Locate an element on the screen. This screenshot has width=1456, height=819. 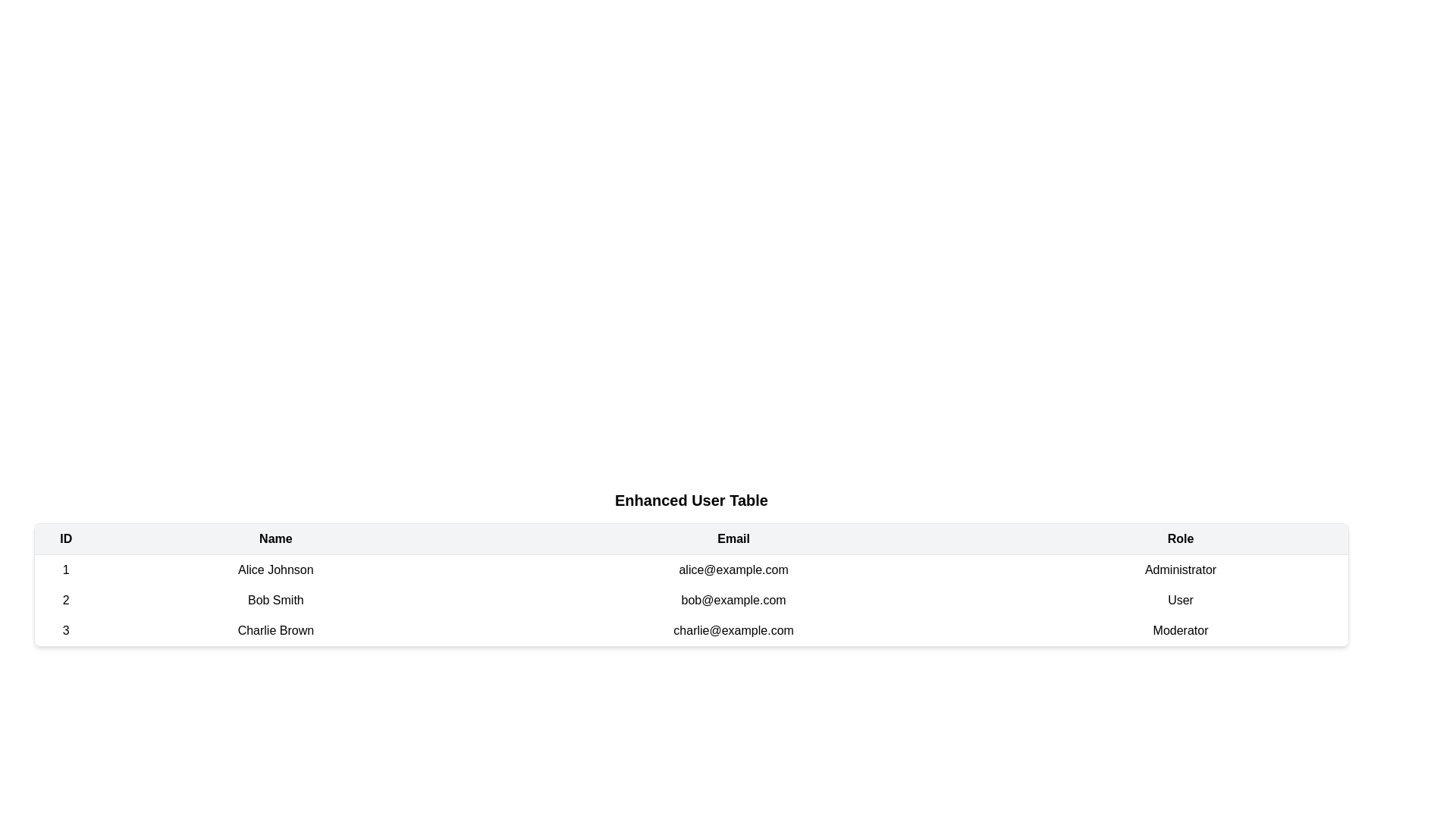
text label displaying 'User' located in the Role column for the user 'Bob Smith' is located at coordinates (1180, 599).